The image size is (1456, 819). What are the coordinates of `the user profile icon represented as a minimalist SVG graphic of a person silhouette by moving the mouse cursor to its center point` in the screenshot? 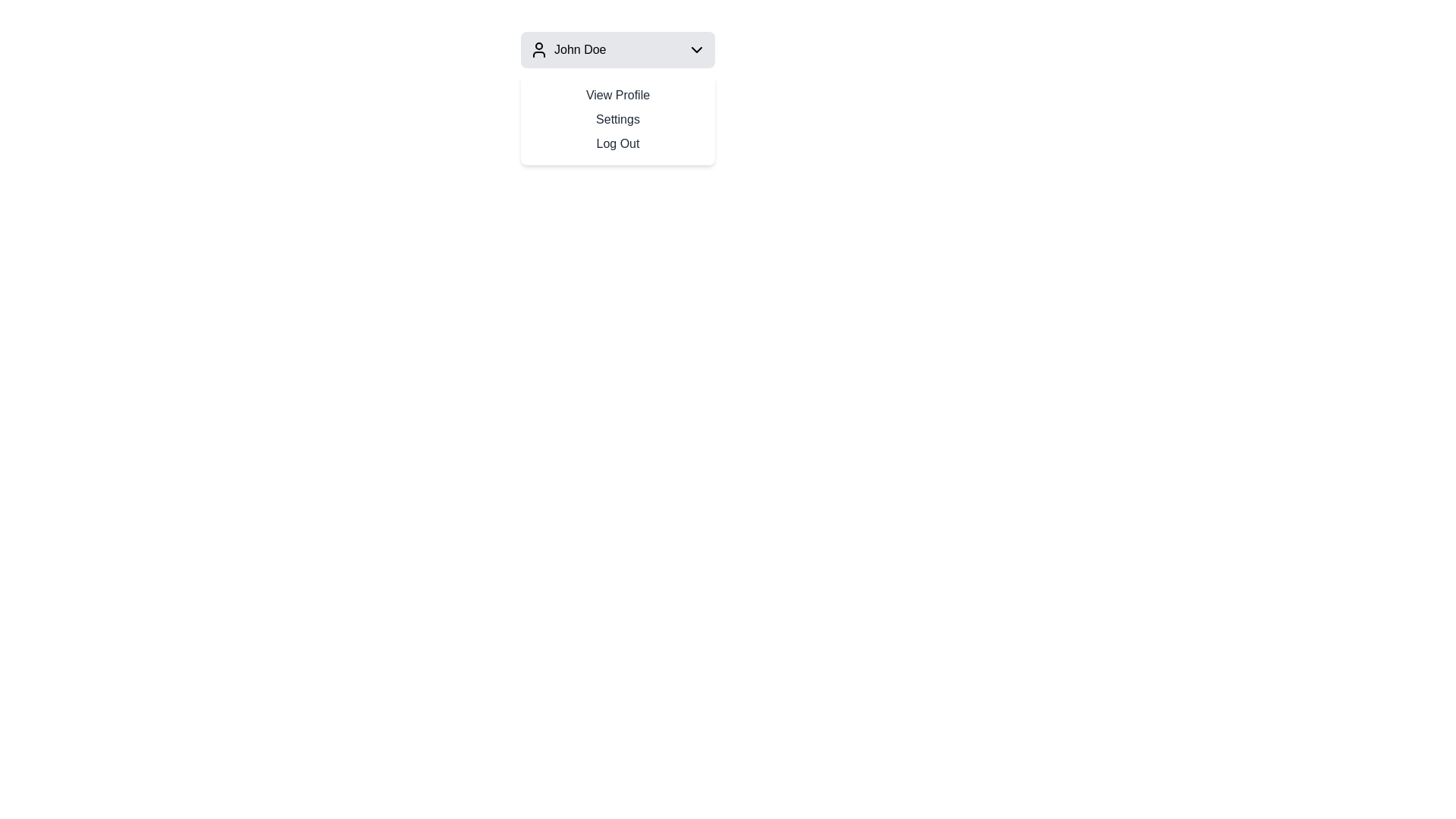 It's located at (538, 49).